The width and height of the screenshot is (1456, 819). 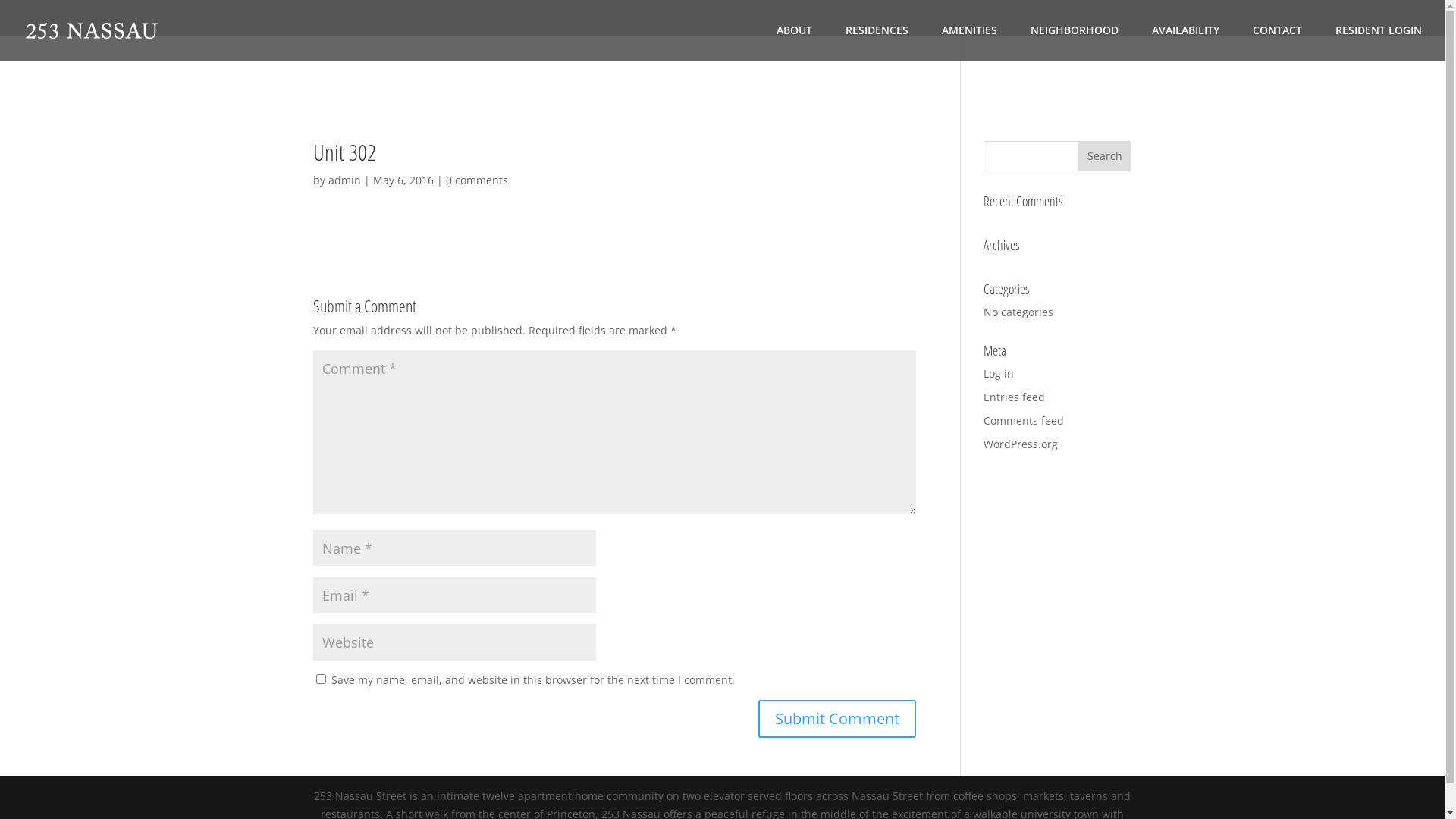 I want to click on 'NEIGHBORHOOD', so click(x=1073, y=42).